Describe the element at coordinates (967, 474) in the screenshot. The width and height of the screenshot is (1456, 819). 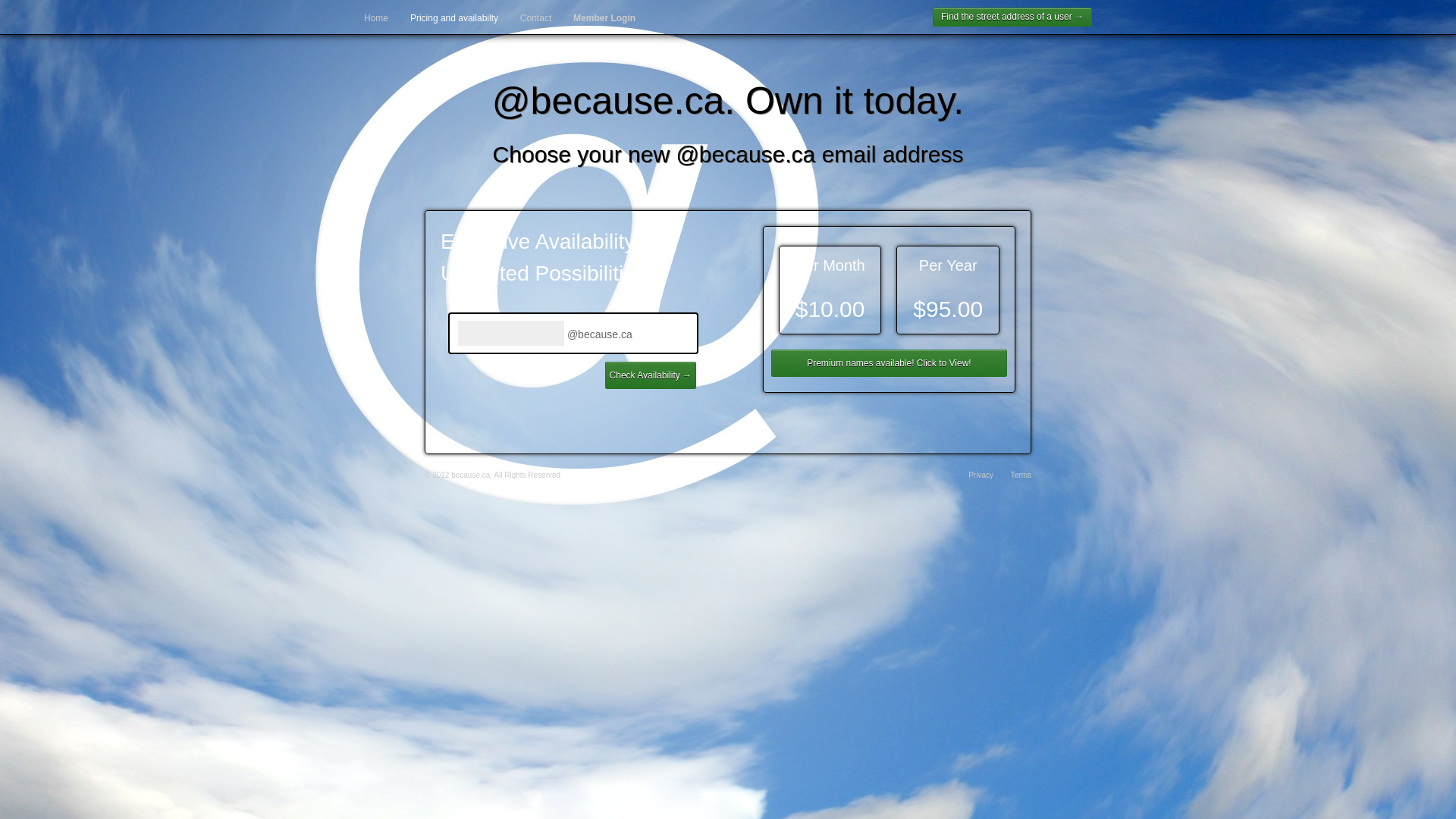
I see `'Privacy'` at that location.